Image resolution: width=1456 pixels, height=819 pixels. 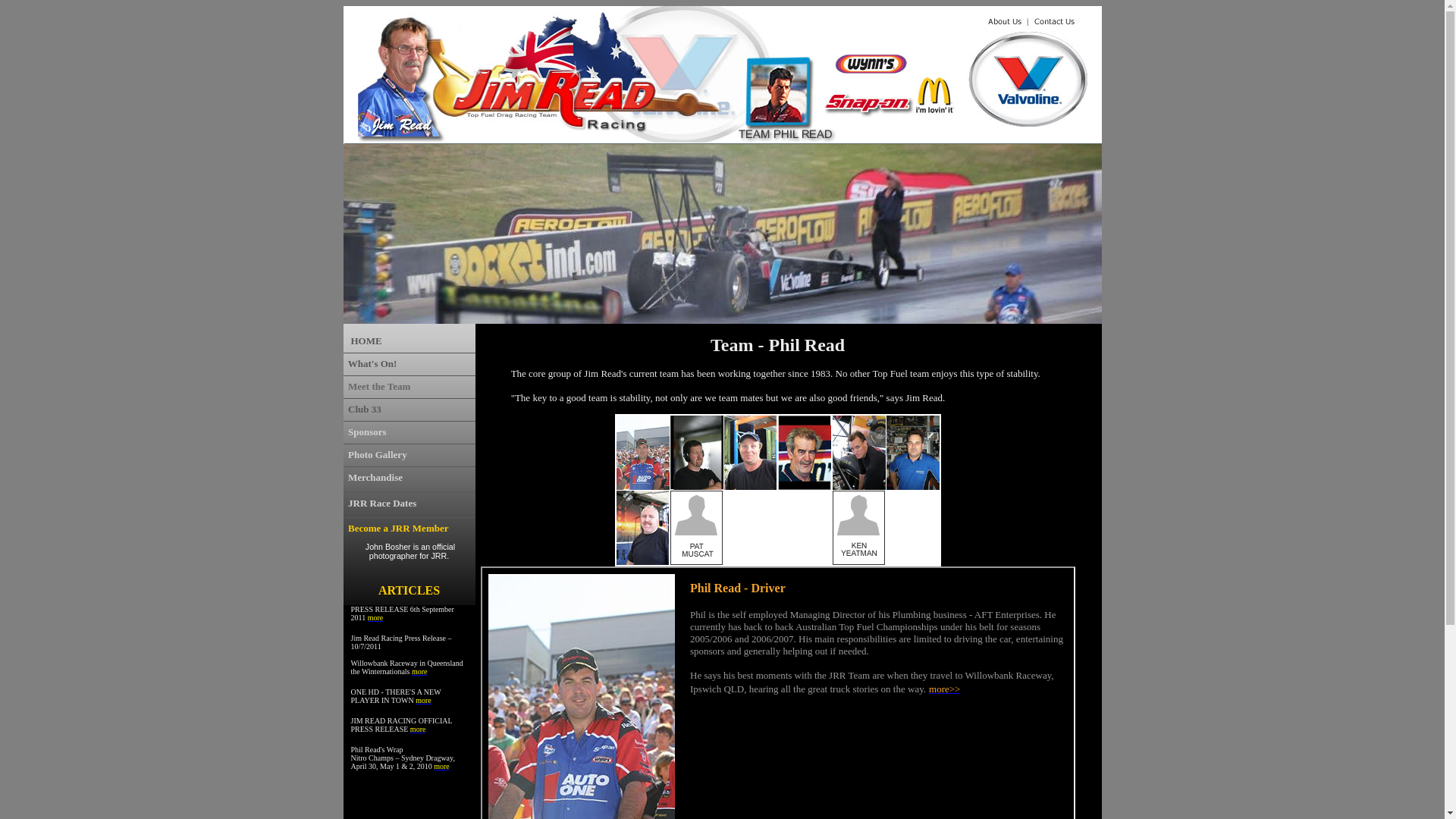 I want to click on 'Meet the Team', so click(x=378, y=385).